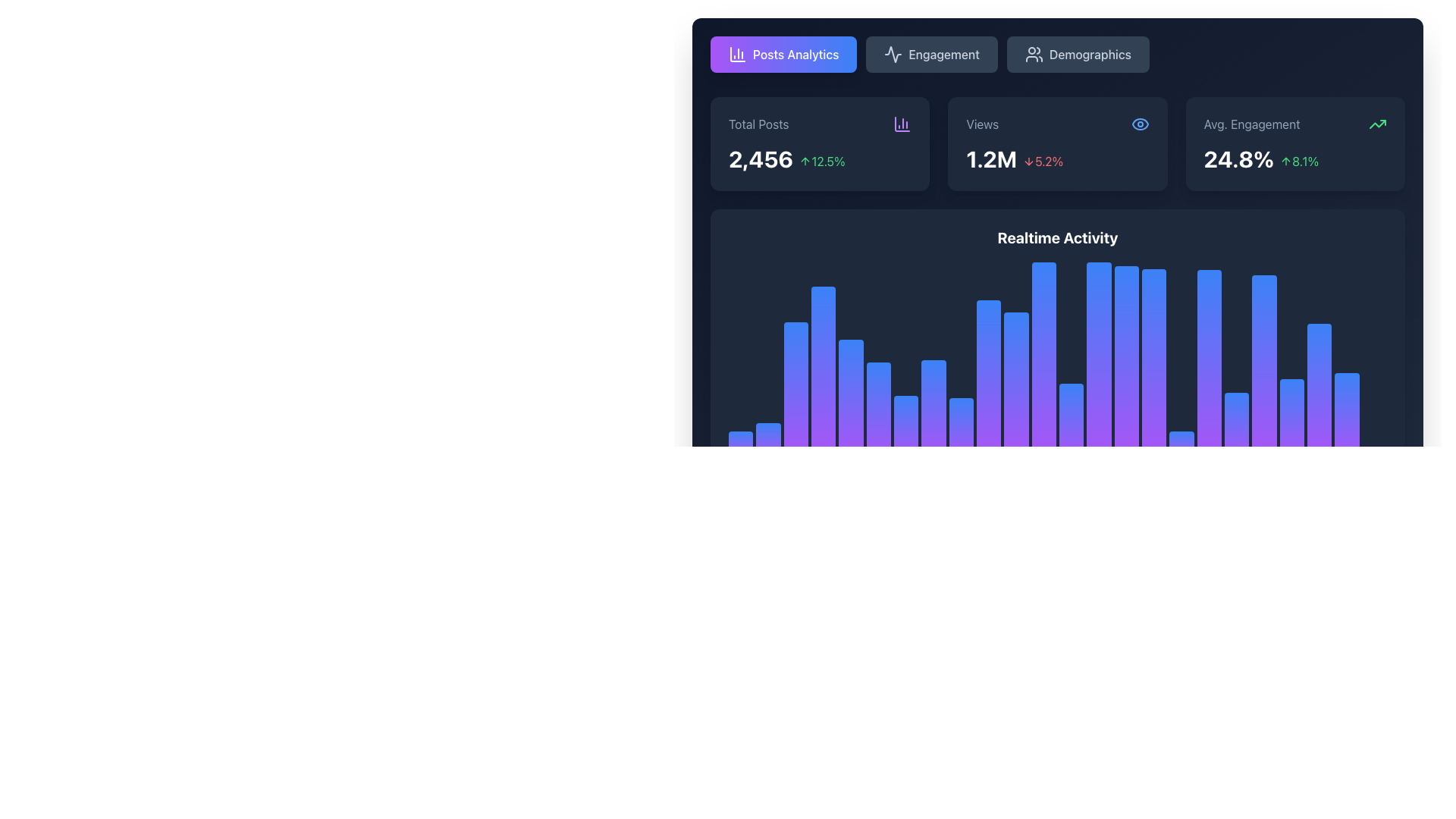 The width and height of the screenshot is (1456, 819). Describe the element at coordinates (1291, 358) in the screenshot. I see `the 22nd bar in the histogram or bar chart` at that location.